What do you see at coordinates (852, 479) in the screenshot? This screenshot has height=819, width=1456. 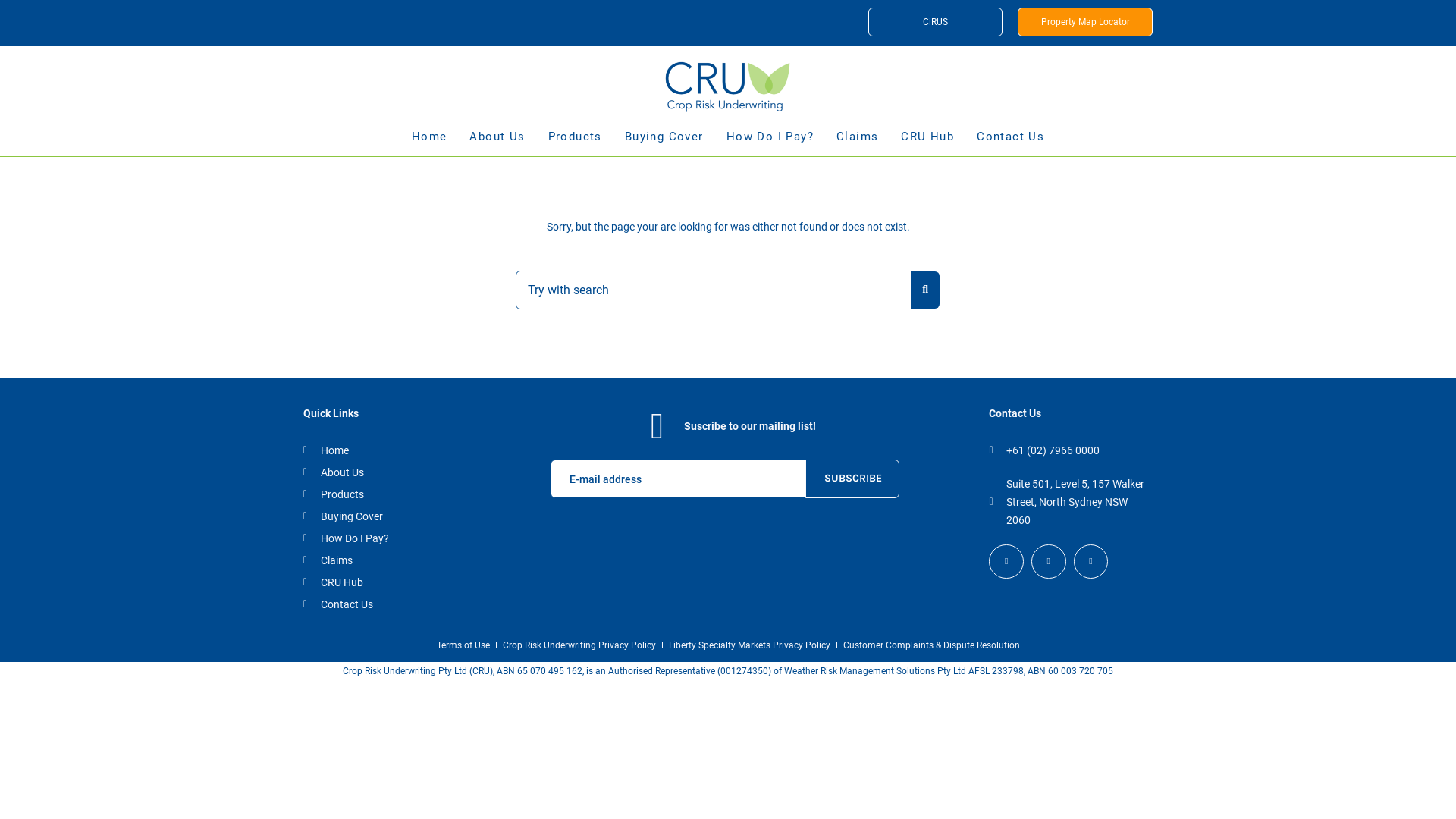 I see `'SUBSCRIBE'` at bounding box center [852, 479].